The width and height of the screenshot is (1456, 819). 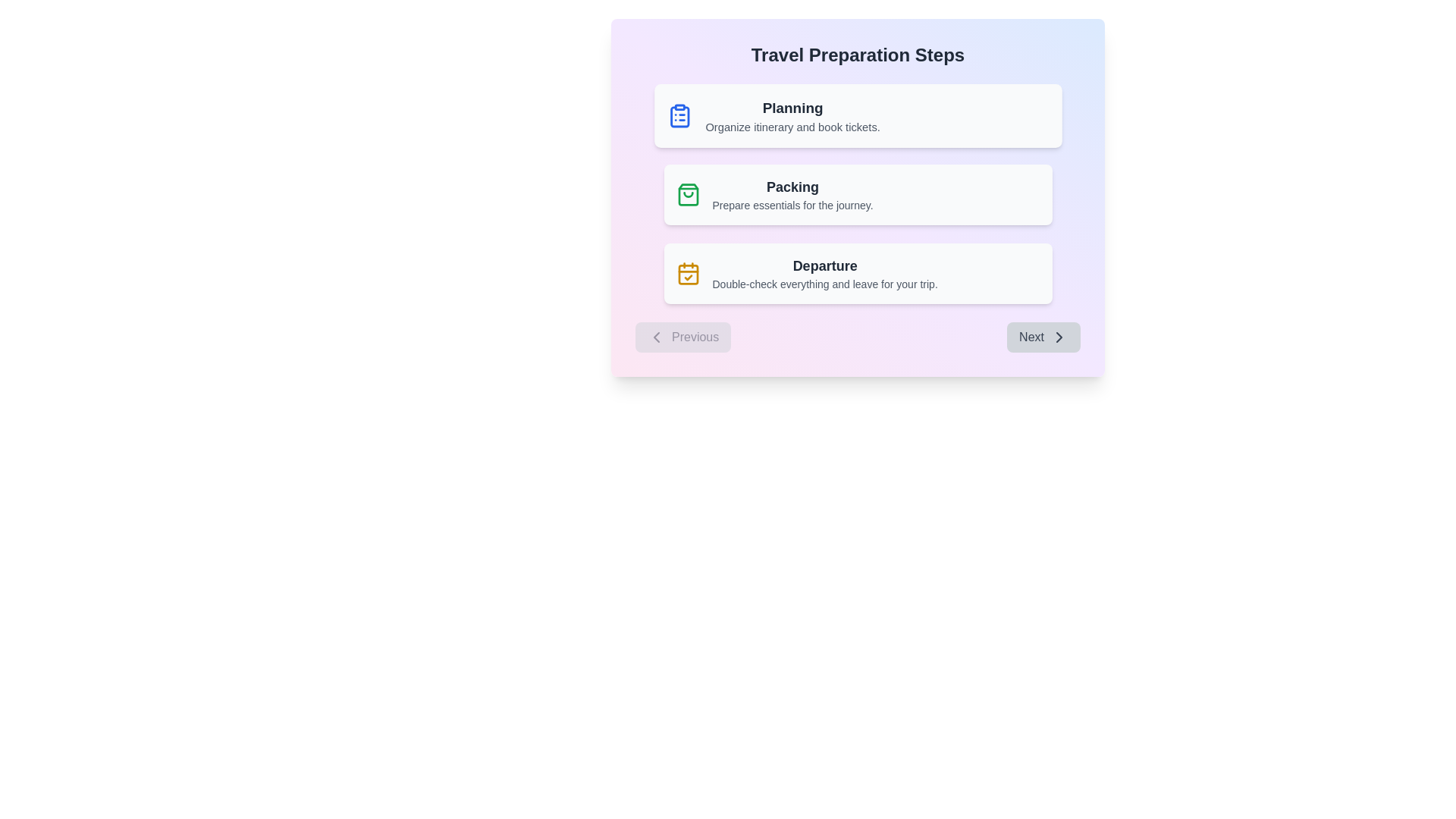 What do you see at coordinates (1043, 336) in the screenshot?
I see `the 'Next' button, a rectangular button with a light gray background and rounded corners, containing the text 'Next' in bold gray letters, located at the bottom-right corner of a card` at bounding box center [1043, 336].